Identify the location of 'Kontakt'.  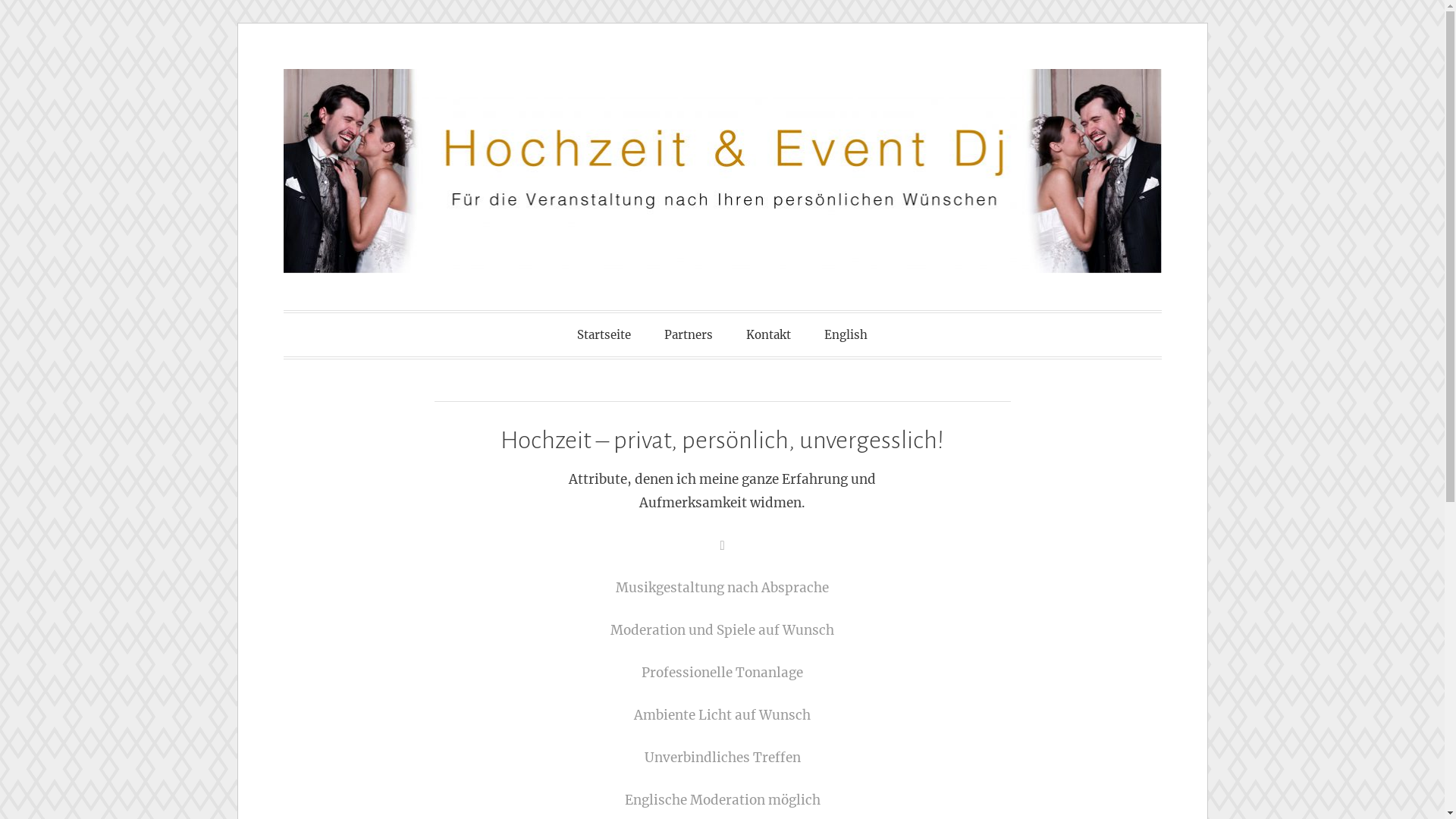
(768, 334).